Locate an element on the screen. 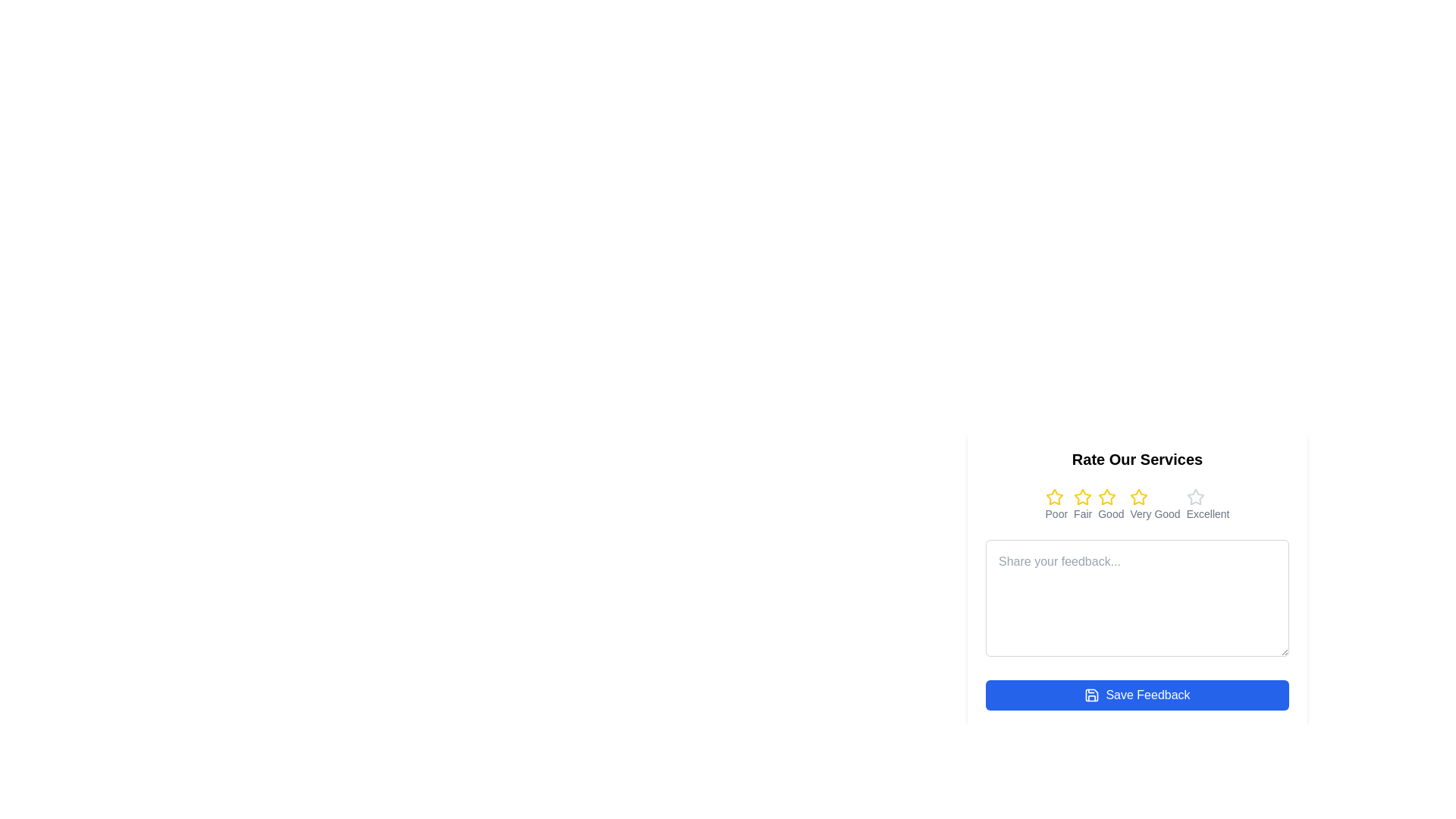 The width and height of the screenshot is (1456, 819). the fourth star in the rating sequence under the label 'Rate Our Services' is located at coordinates (1139, 497).